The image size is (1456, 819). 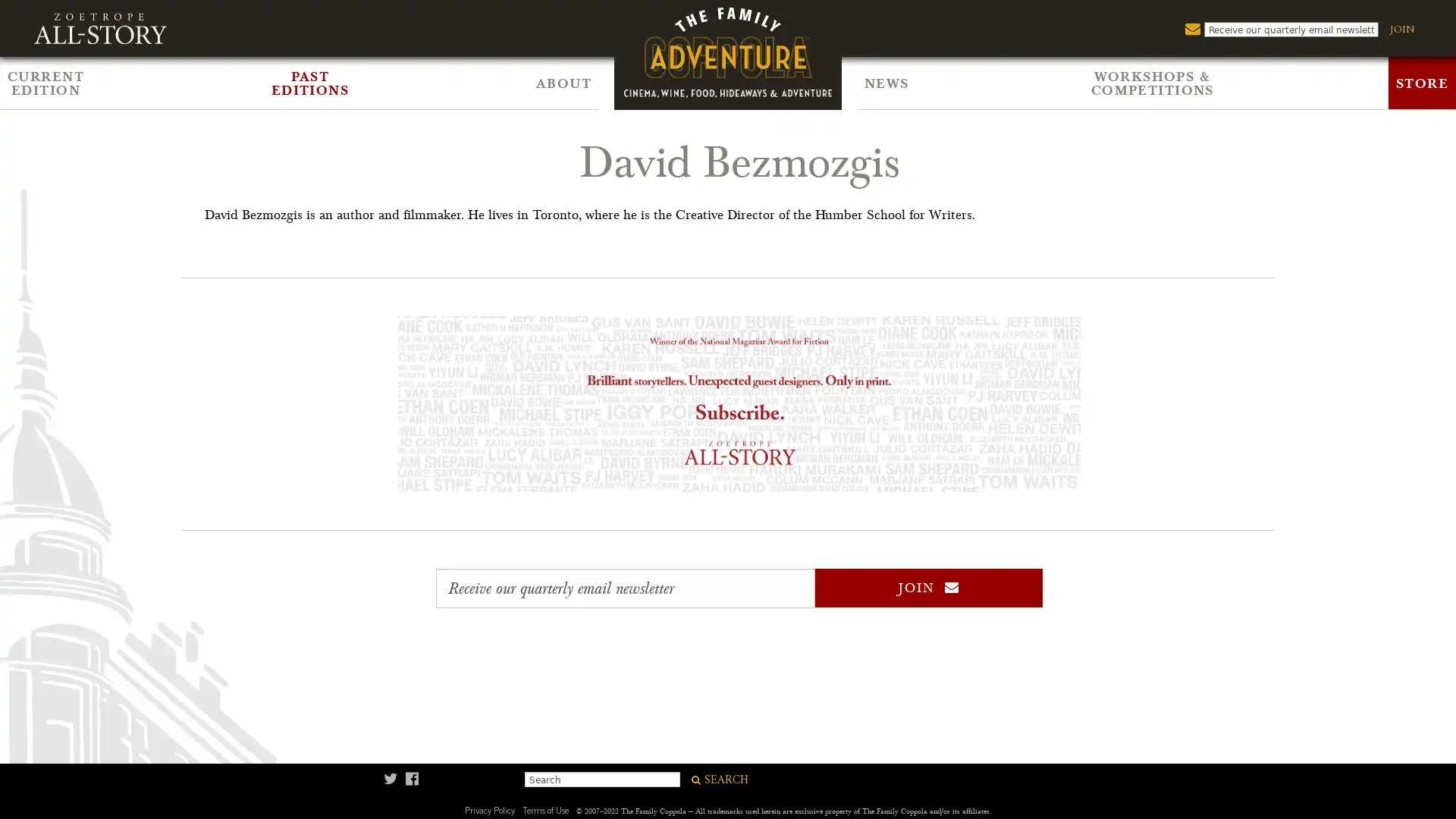 I want to click on SEARCH, so click(x=716, y=780).